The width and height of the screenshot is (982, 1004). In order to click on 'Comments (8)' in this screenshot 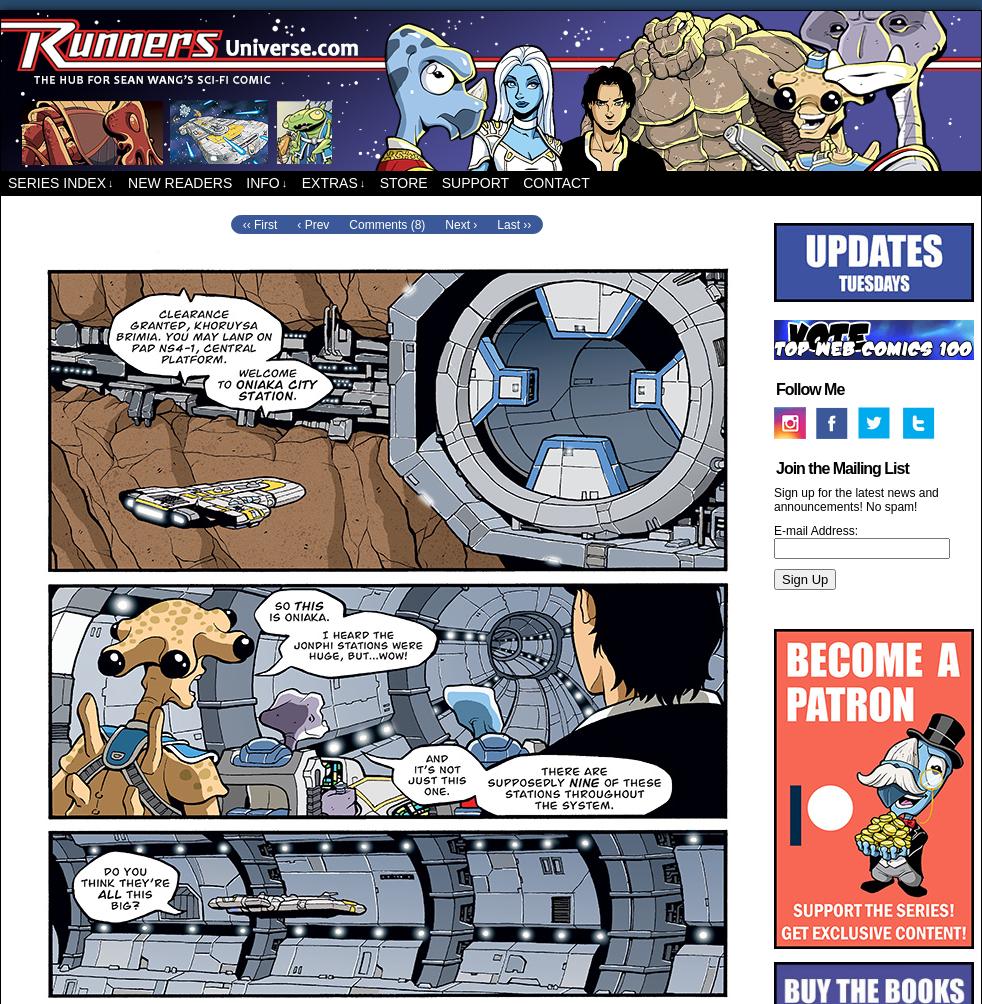, I will do `click(349, 222)`.